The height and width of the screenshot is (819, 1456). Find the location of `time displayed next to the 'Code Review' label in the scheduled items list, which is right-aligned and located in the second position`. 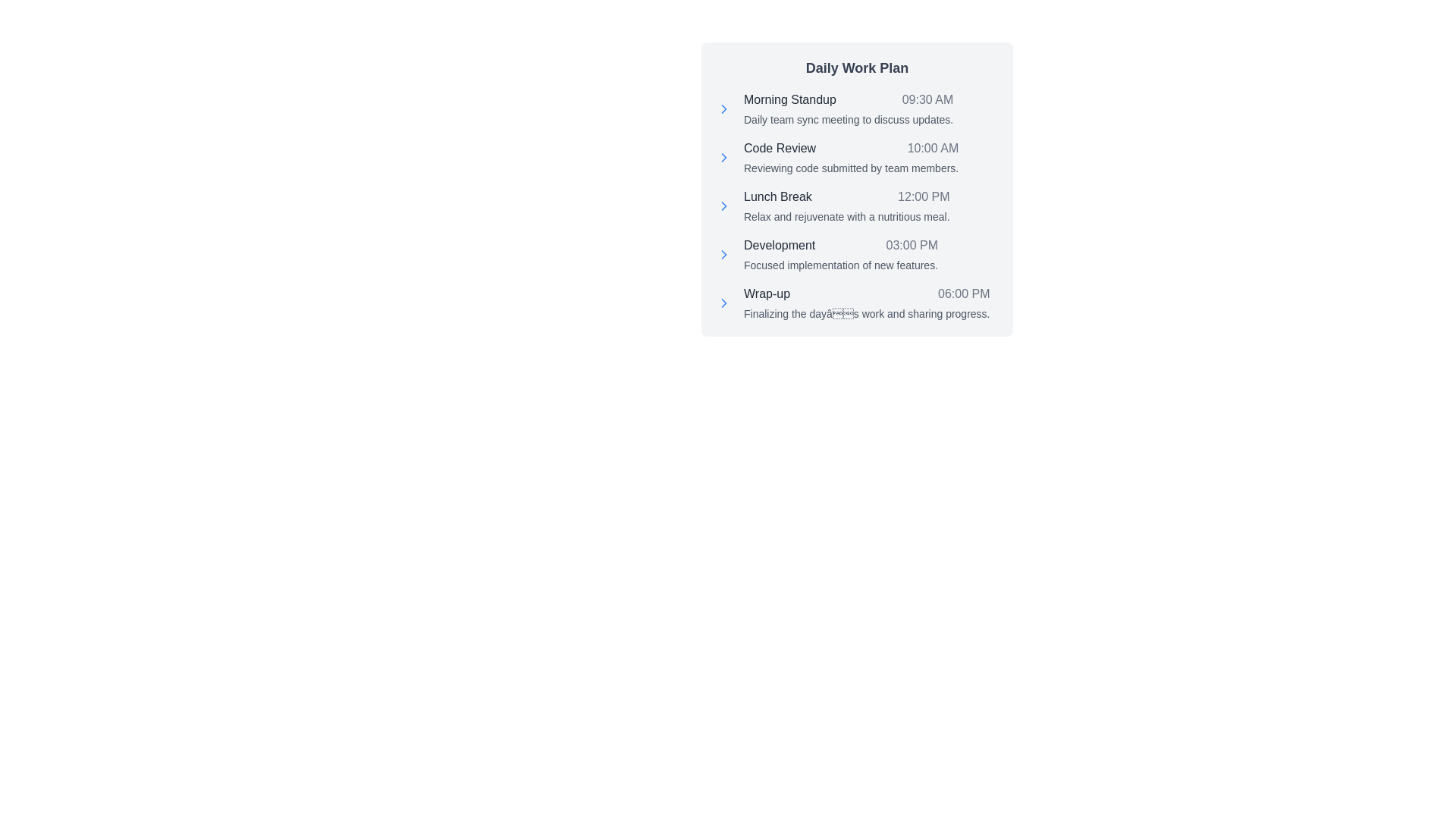

time displayed next to the 'Code Review' label in the scheduled items list, which is right-aligned and located in the second position is located at coordinates (932, 149).